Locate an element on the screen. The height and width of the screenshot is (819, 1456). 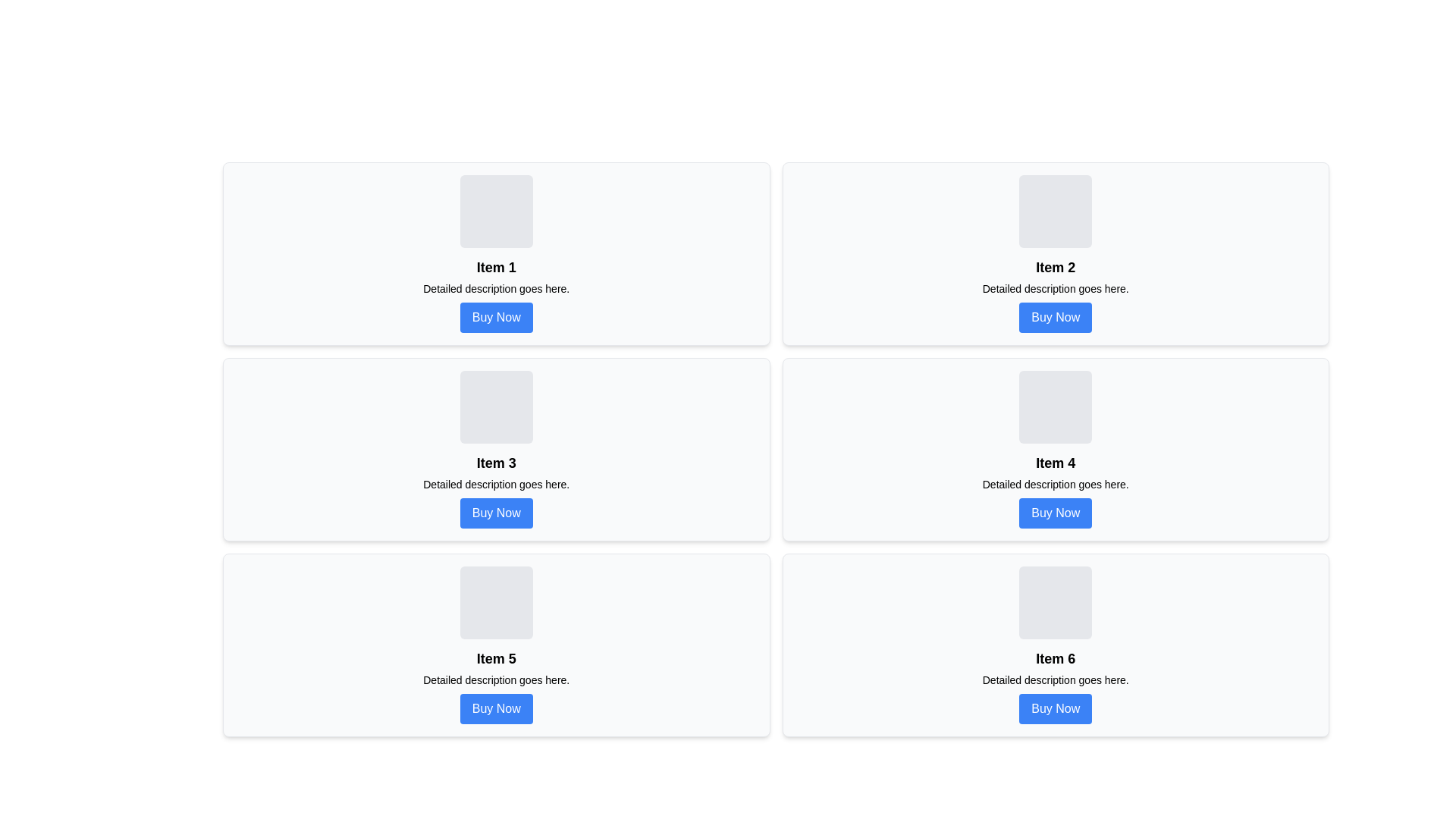
the Text label element that serves as the title for the card labeled 'Item 5' in the third row and first column of the grid layout is located at coordinates (496, 657).